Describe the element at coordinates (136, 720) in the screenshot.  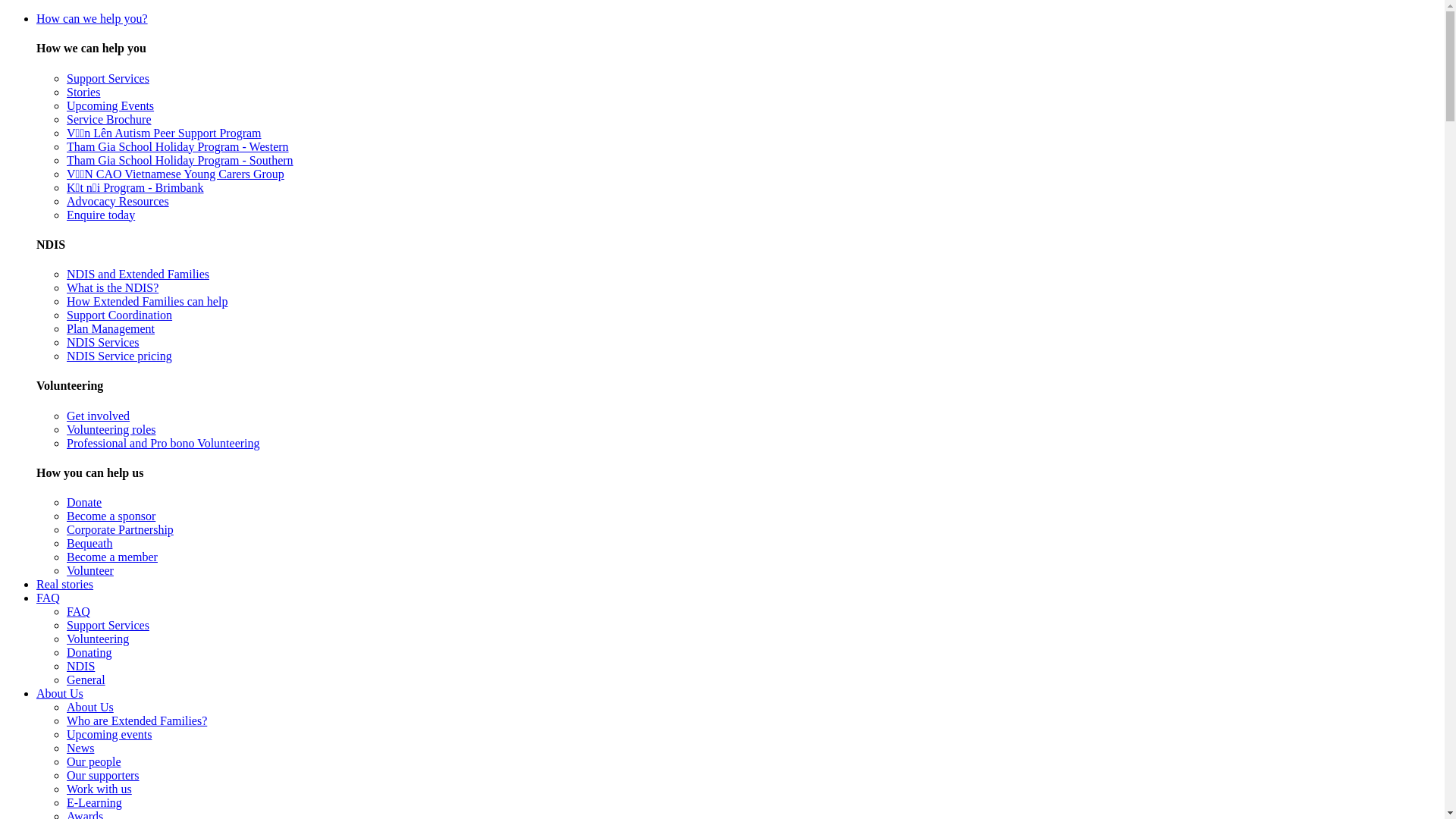
I see `'Who are Extended Families?'` at that location.